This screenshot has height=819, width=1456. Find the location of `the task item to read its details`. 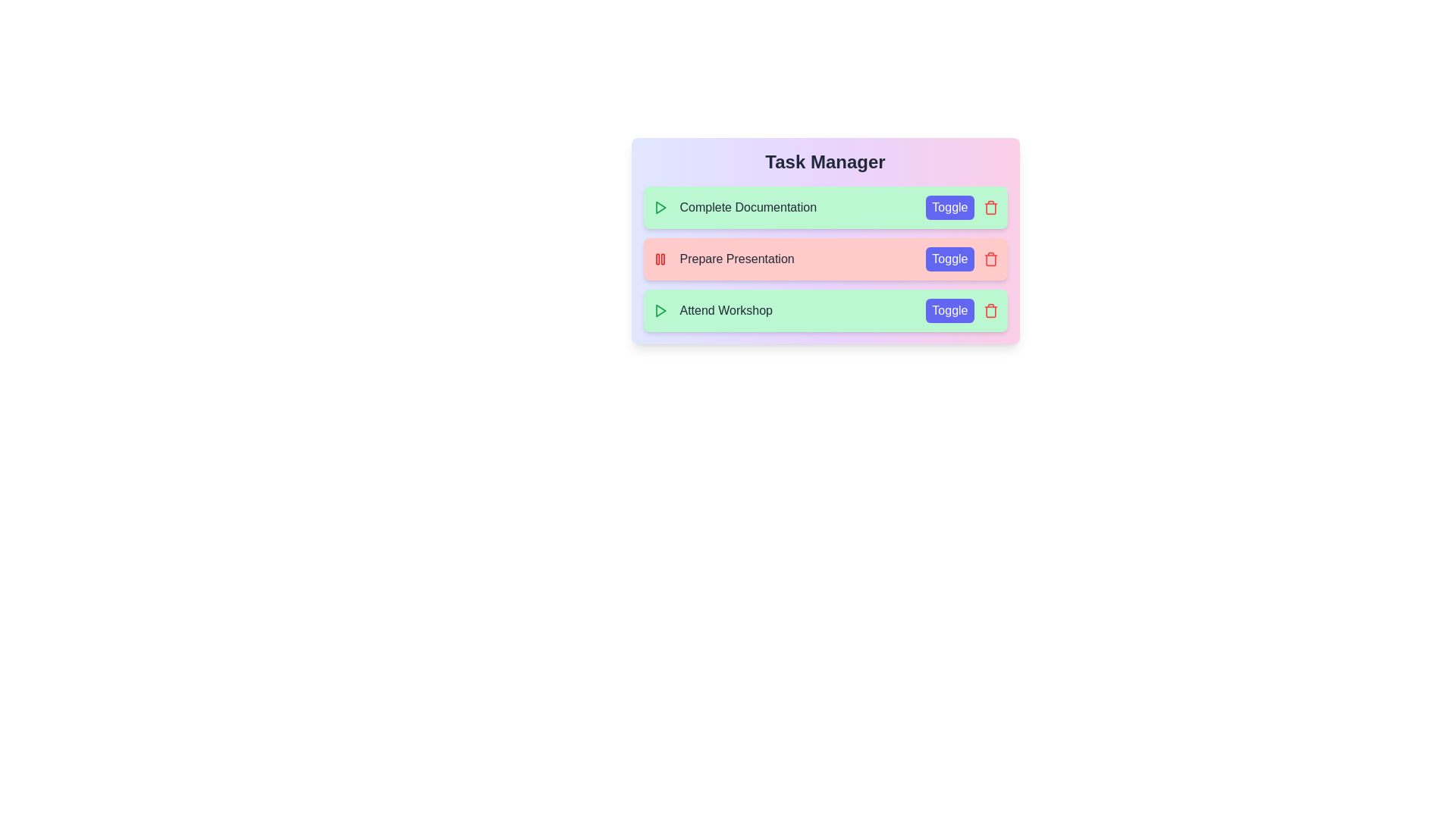

the task item to read its details is located at coordinates (824, 207).